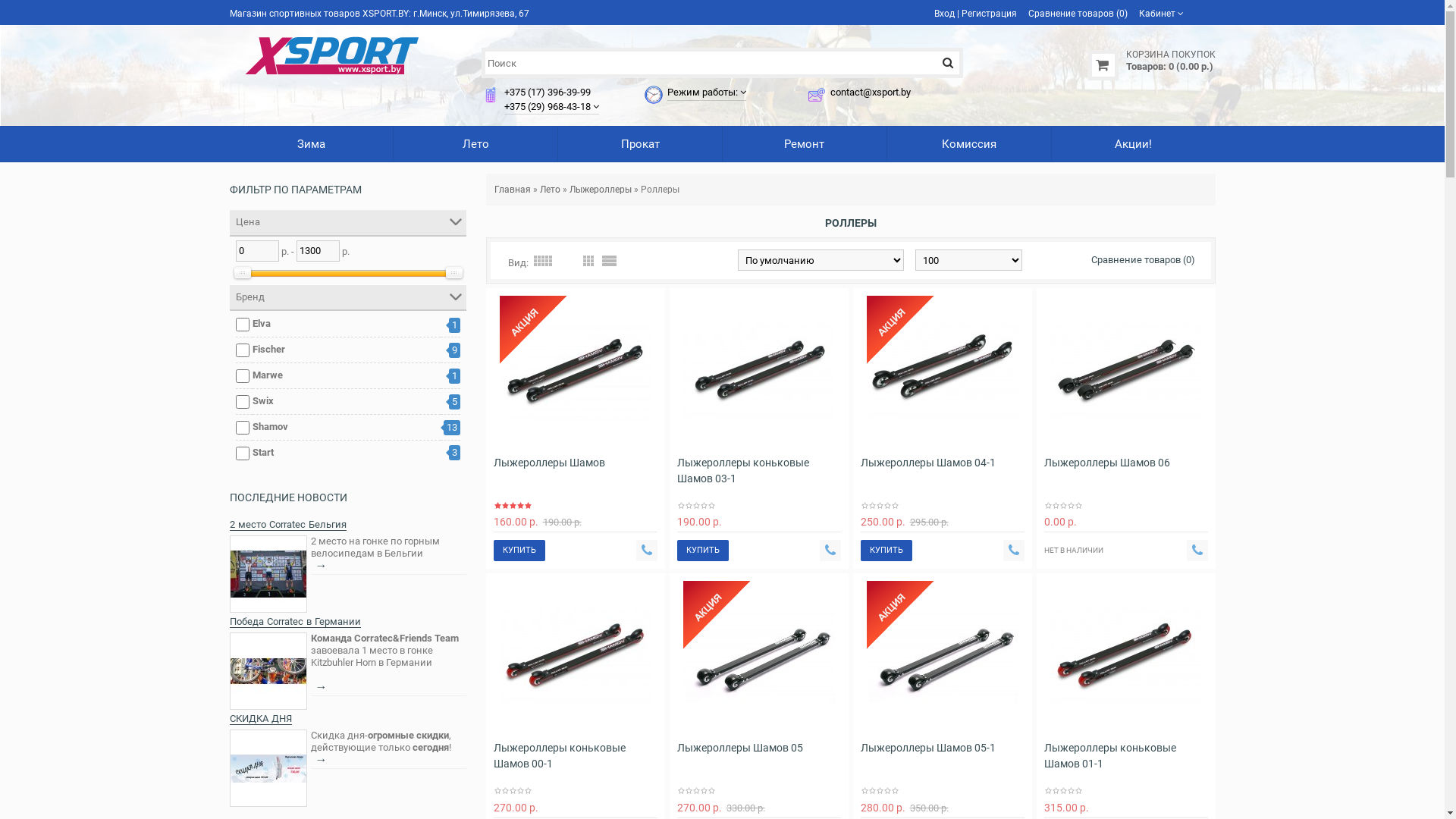 The height and width of the screenshot is (819, 1456). What do you see at coordinates (542, 259) in the screenshot?
I see `'view5'` at bounding box center [542, 259].